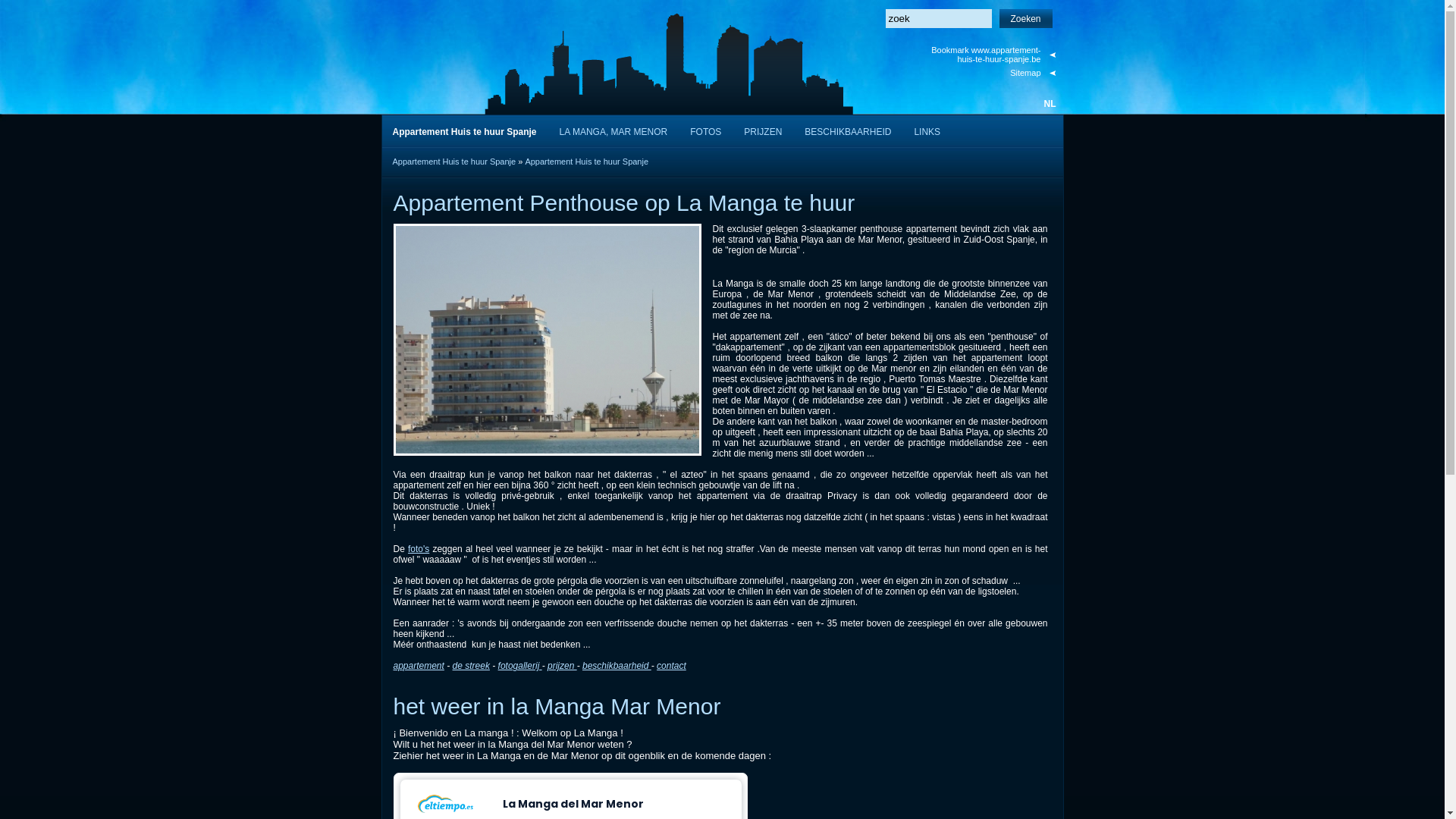  Describe the element at coordinates (613, 130) in the screenshot. I see `'LA MANGA, MAR MENOR'` at that location.